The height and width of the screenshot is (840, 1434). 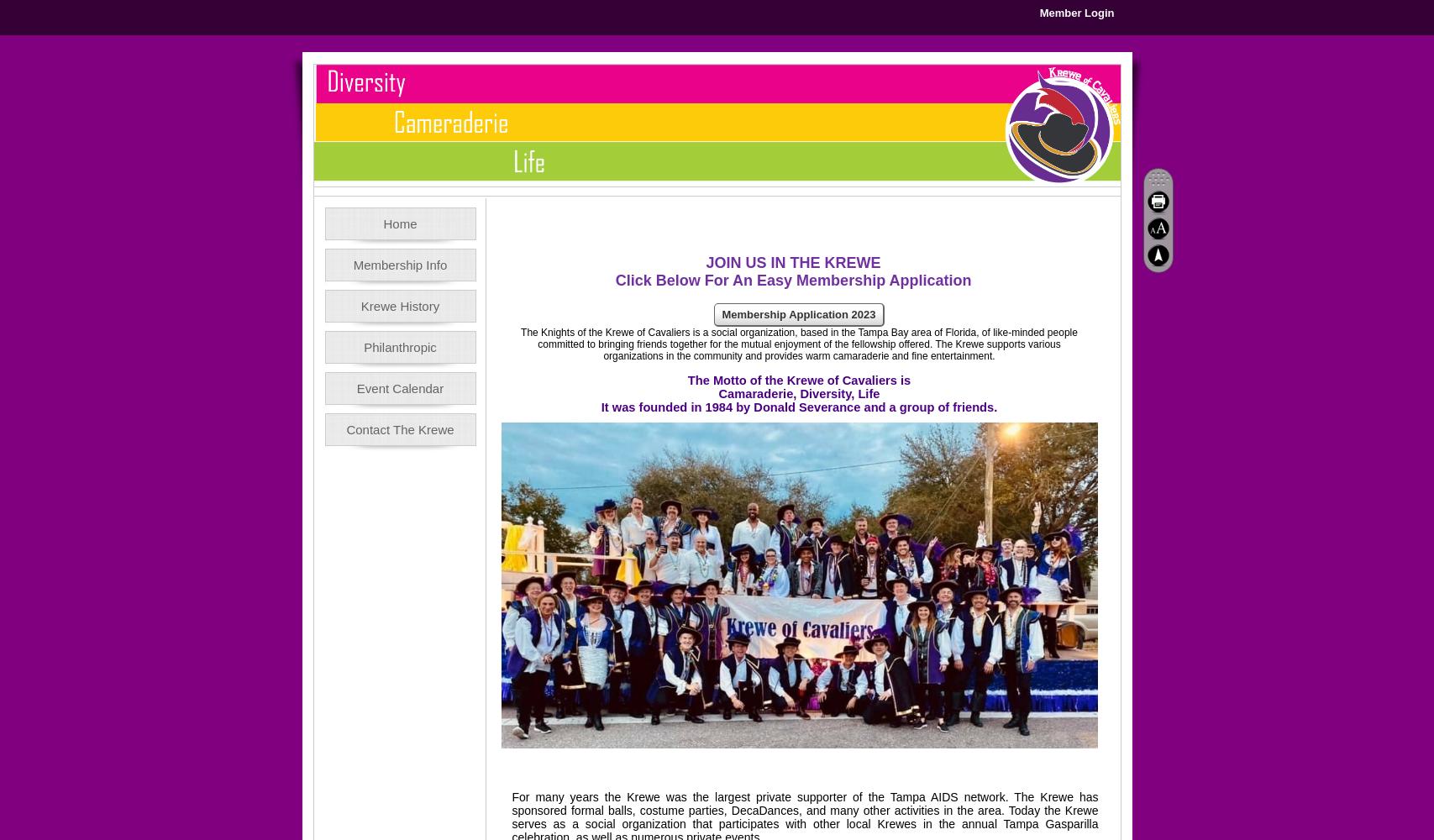 What do you see at coordinates (400, 223) in the screenshot?
I see `'Home'` at bounding box center [400, 223].